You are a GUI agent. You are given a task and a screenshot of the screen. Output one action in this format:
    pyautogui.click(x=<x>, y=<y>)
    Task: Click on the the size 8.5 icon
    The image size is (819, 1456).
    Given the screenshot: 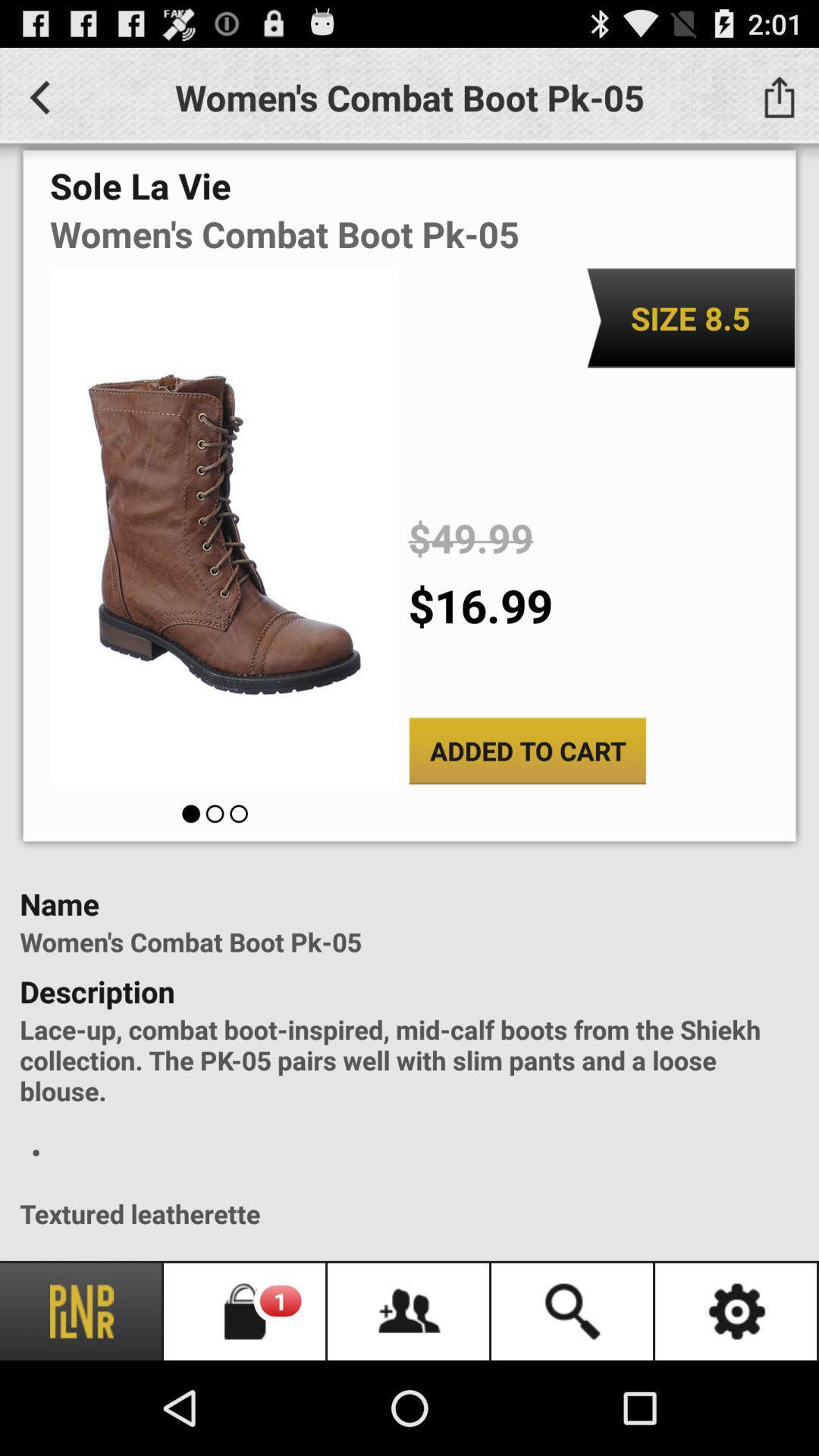 What is the action you would take?
    pyautogui.click(x=690, y=317)
    